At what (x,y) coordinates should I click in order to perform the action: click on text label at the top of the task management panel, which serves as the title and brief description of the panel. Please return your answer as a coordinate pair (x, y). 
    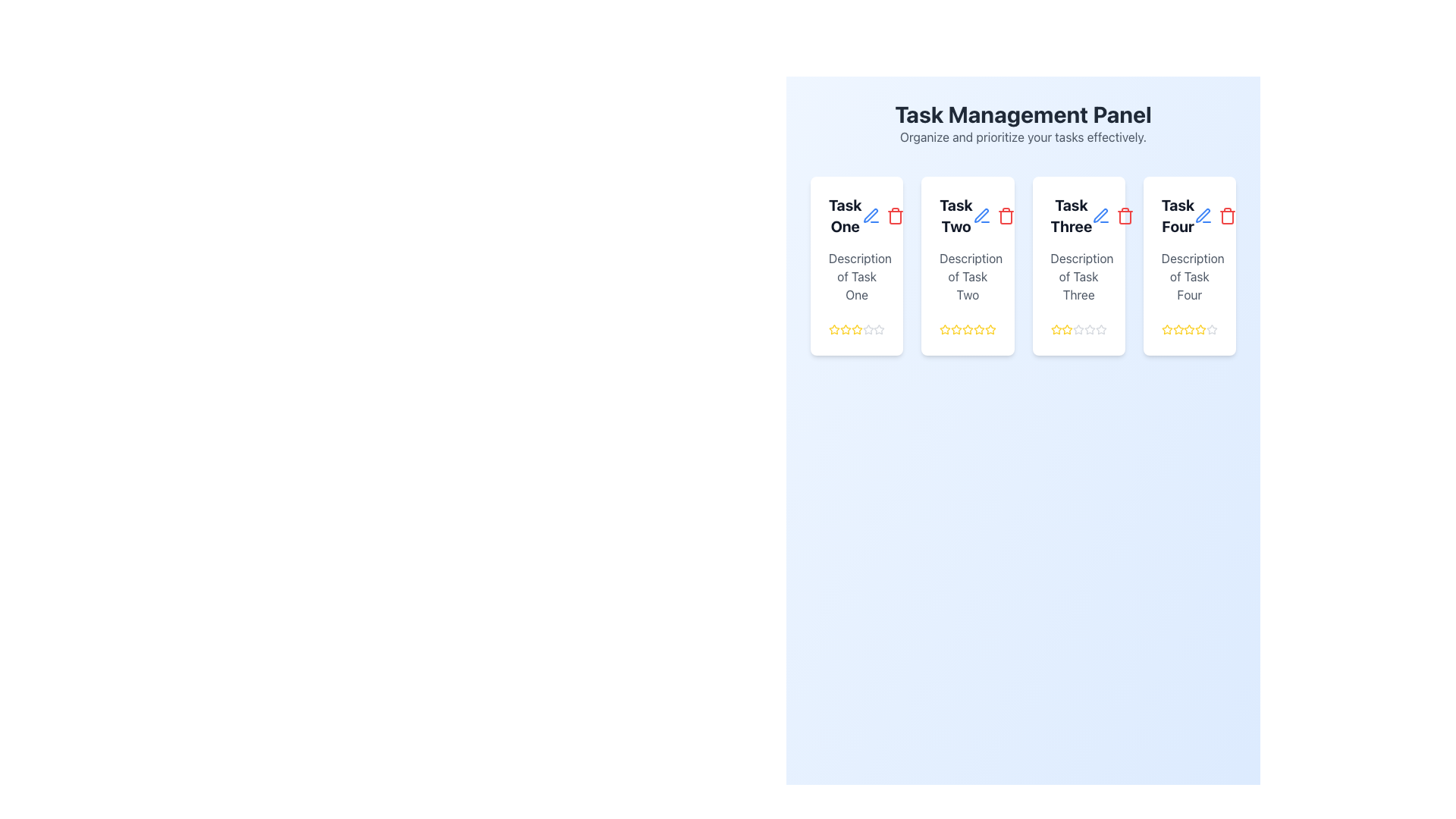
    Looking at the image, I should click on (1023, 122).